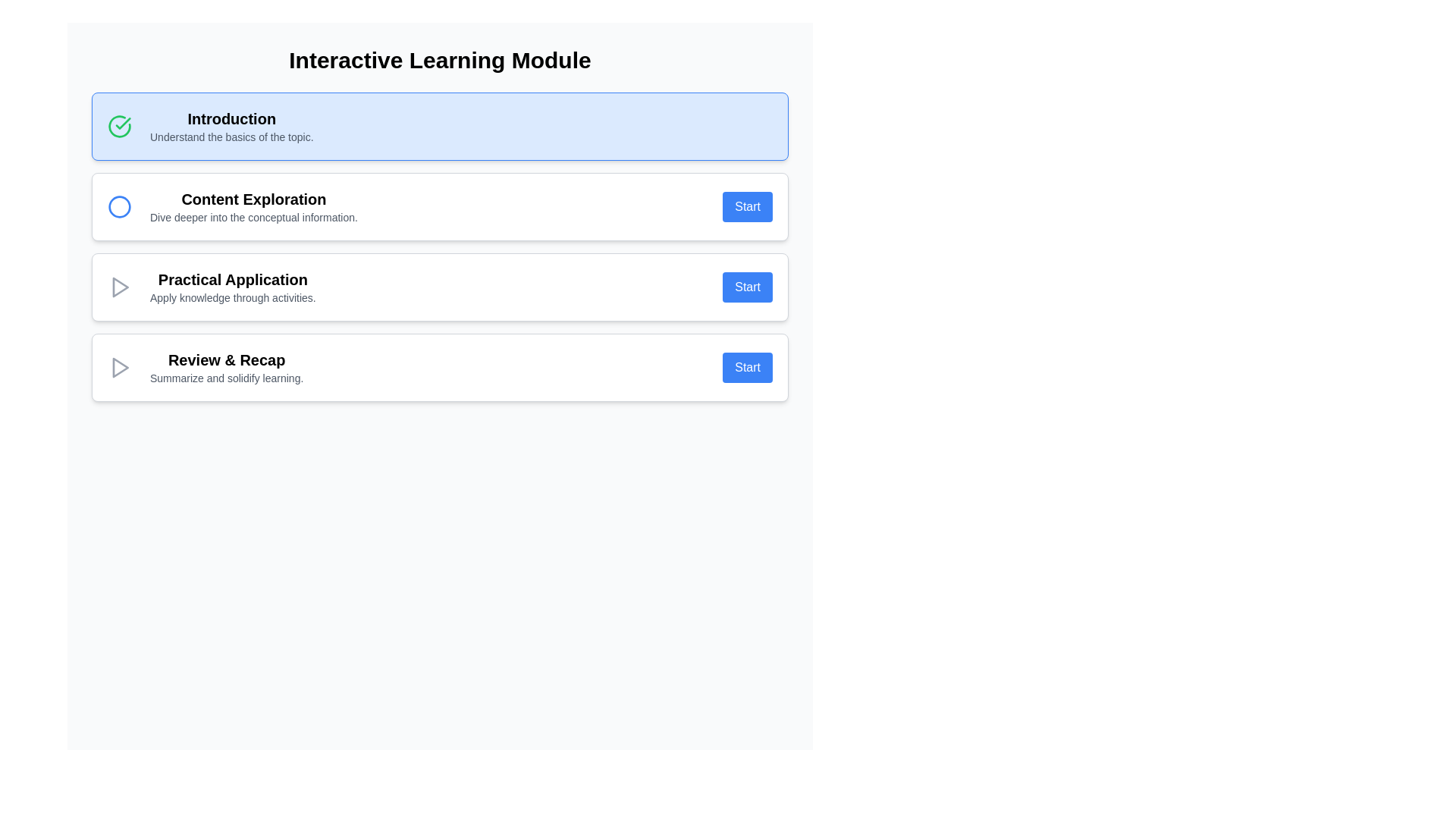  I want to click on text element that contains the phrase 'Apply knowledge through activities.' which is styled in gray and located beneath the heading 'Practical Application', so click(232, 298).